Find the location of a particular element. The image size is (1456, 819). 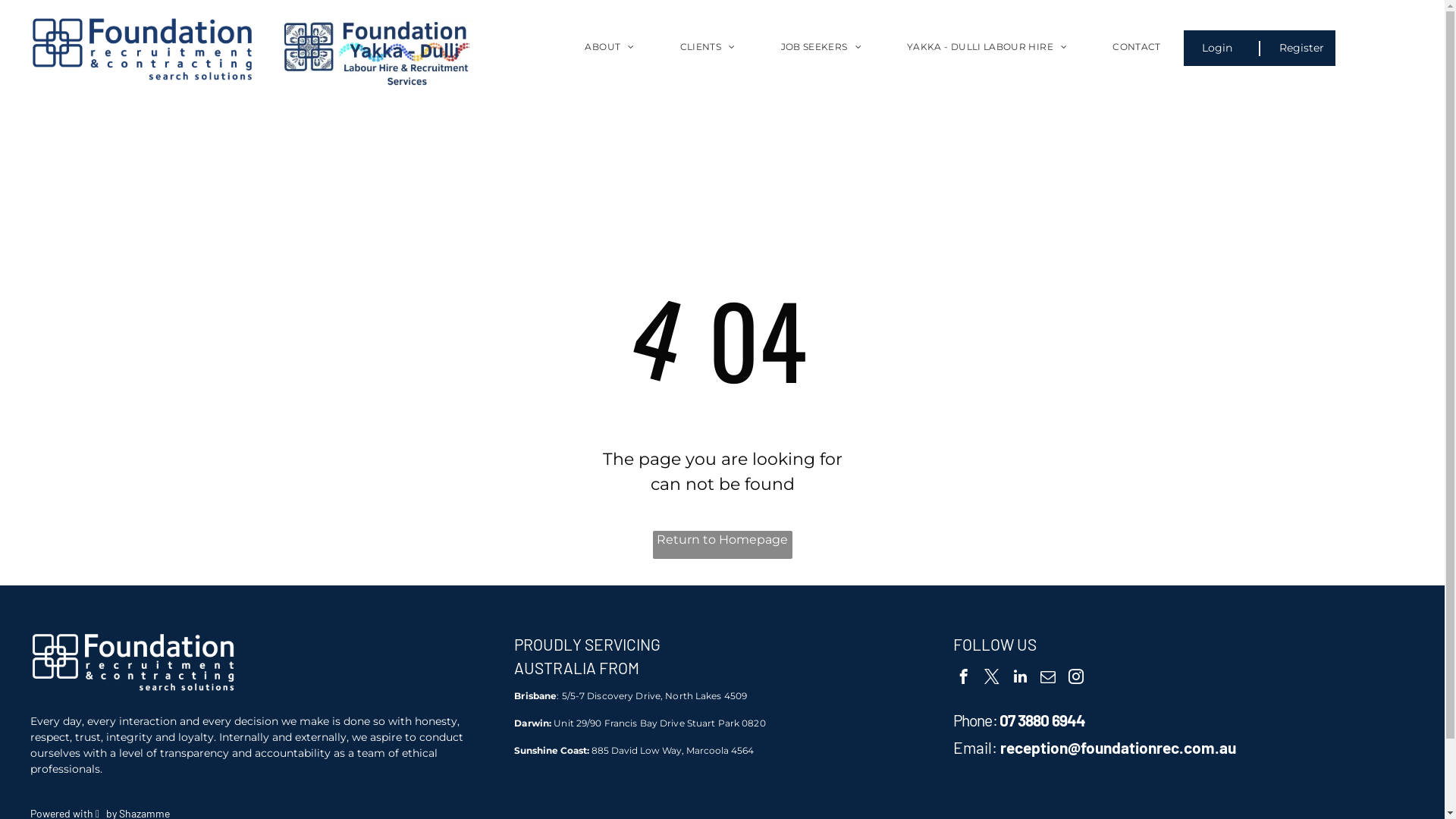

'JOB SEEKERS' is located at coordinates (821, 58).